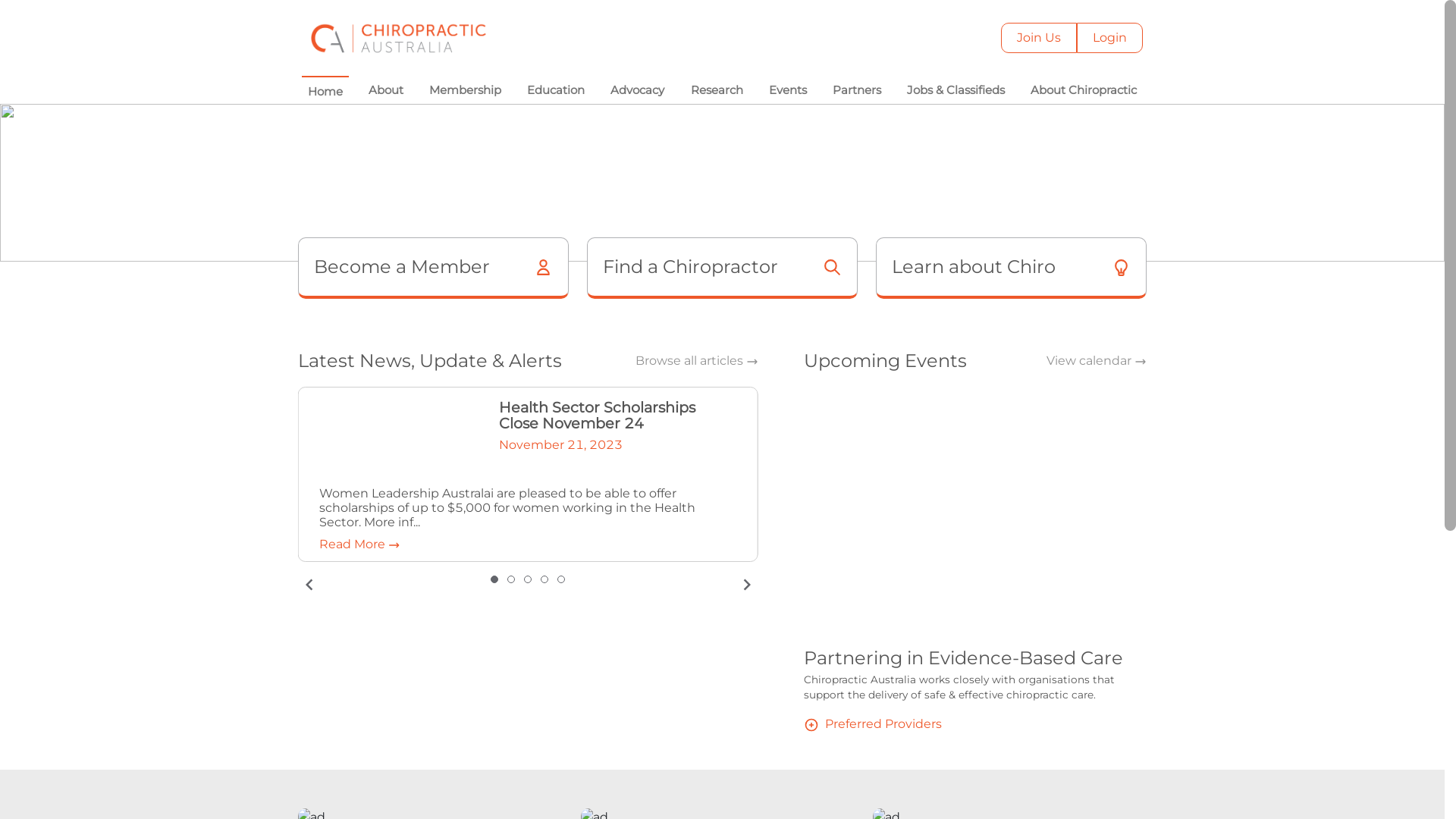  What do you see at coordinates (955, 90) in the screenshot?
I see `'Jobs & Classifieds'` at bounding box center [955, 90].